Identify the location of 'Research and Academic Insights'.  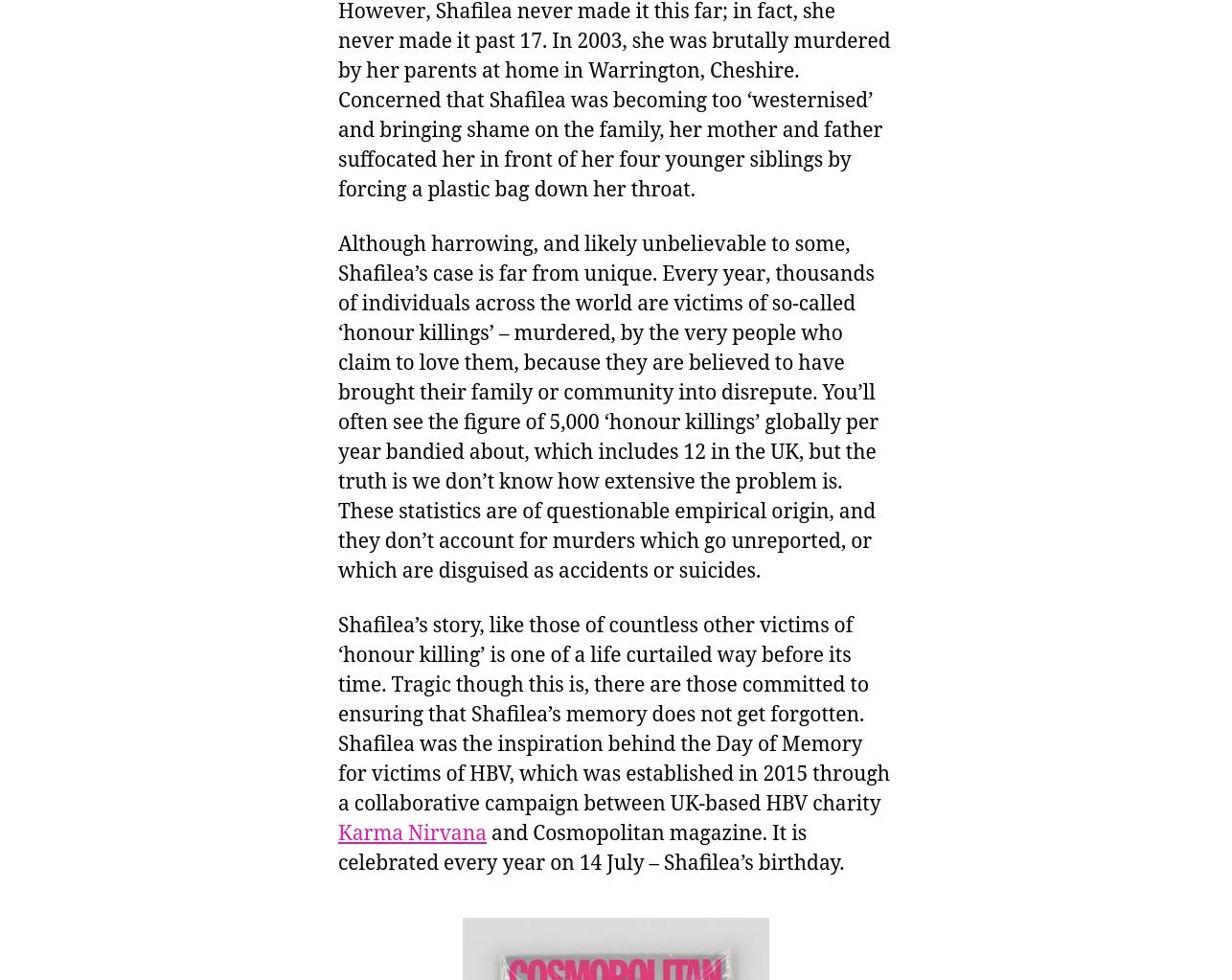
(197, 792).